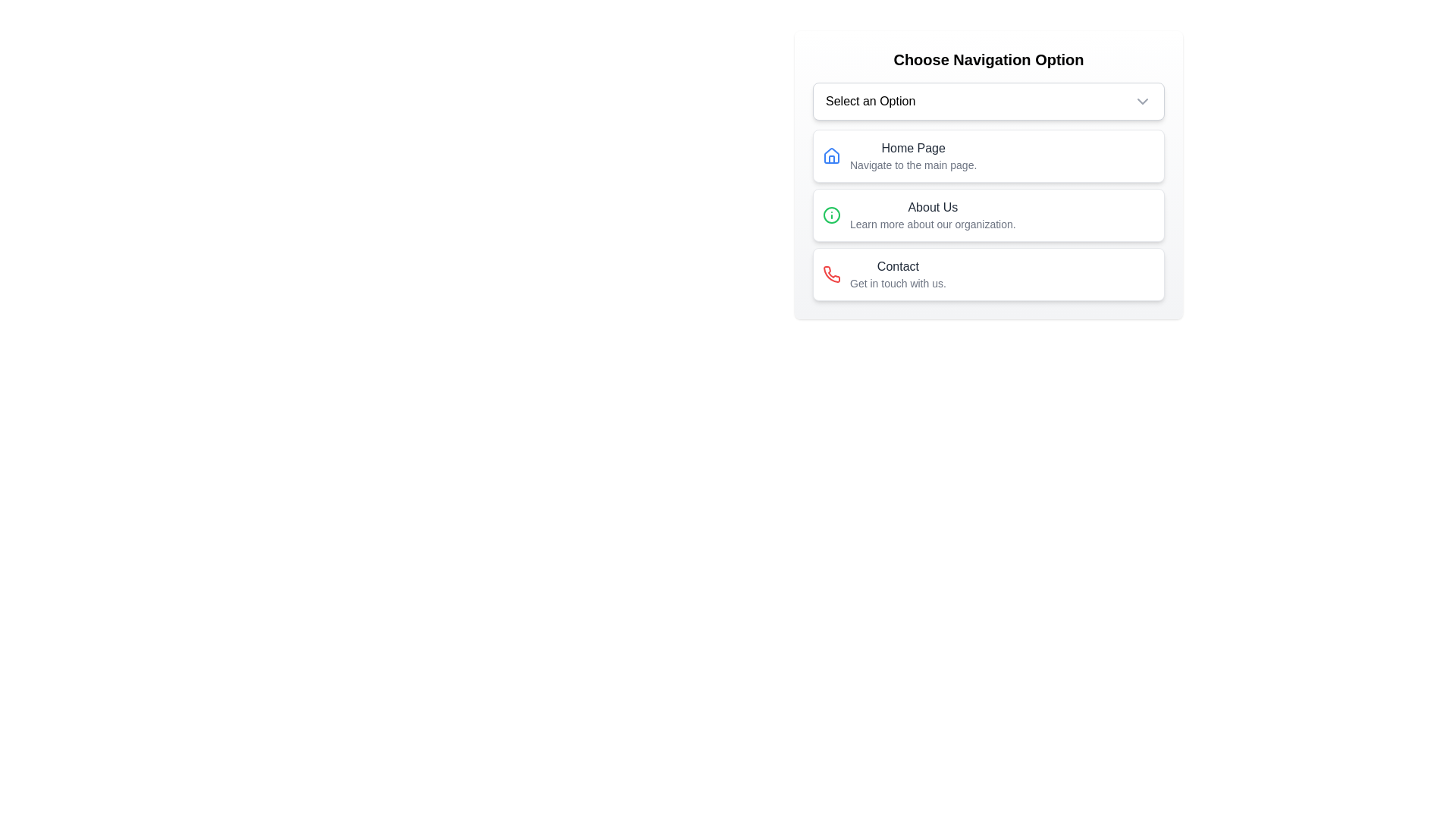 Image resolution: width=1456 pixels, height=819 pixels. Describe the element at coordinates (989, 215) in the screenshot. I see `the second navigation button under 'Choose Navigation Option'` at that location.